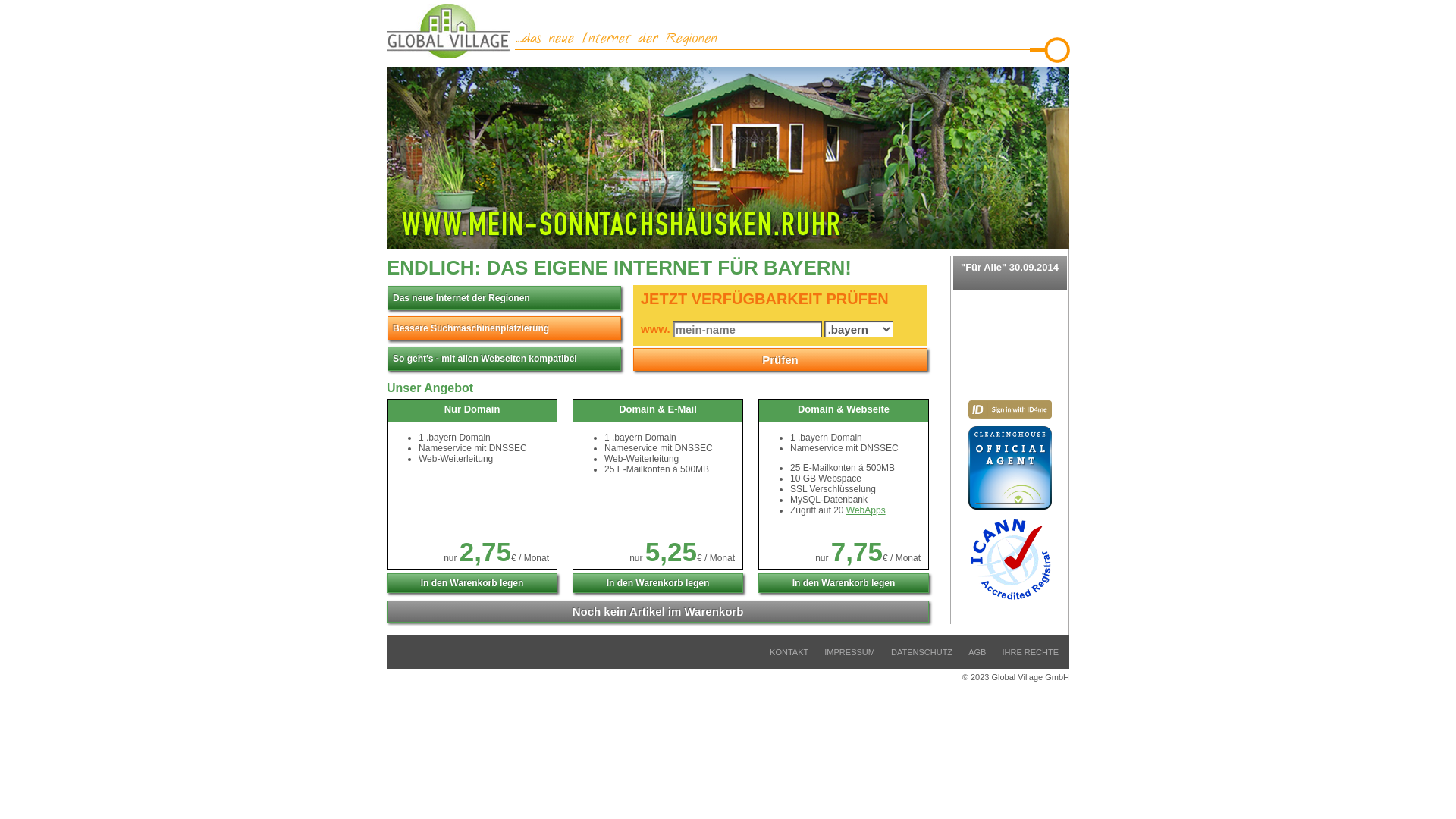 This screenshot has height=819, width=1456. I want to click on 'KONTAKT', so click(789, 651).